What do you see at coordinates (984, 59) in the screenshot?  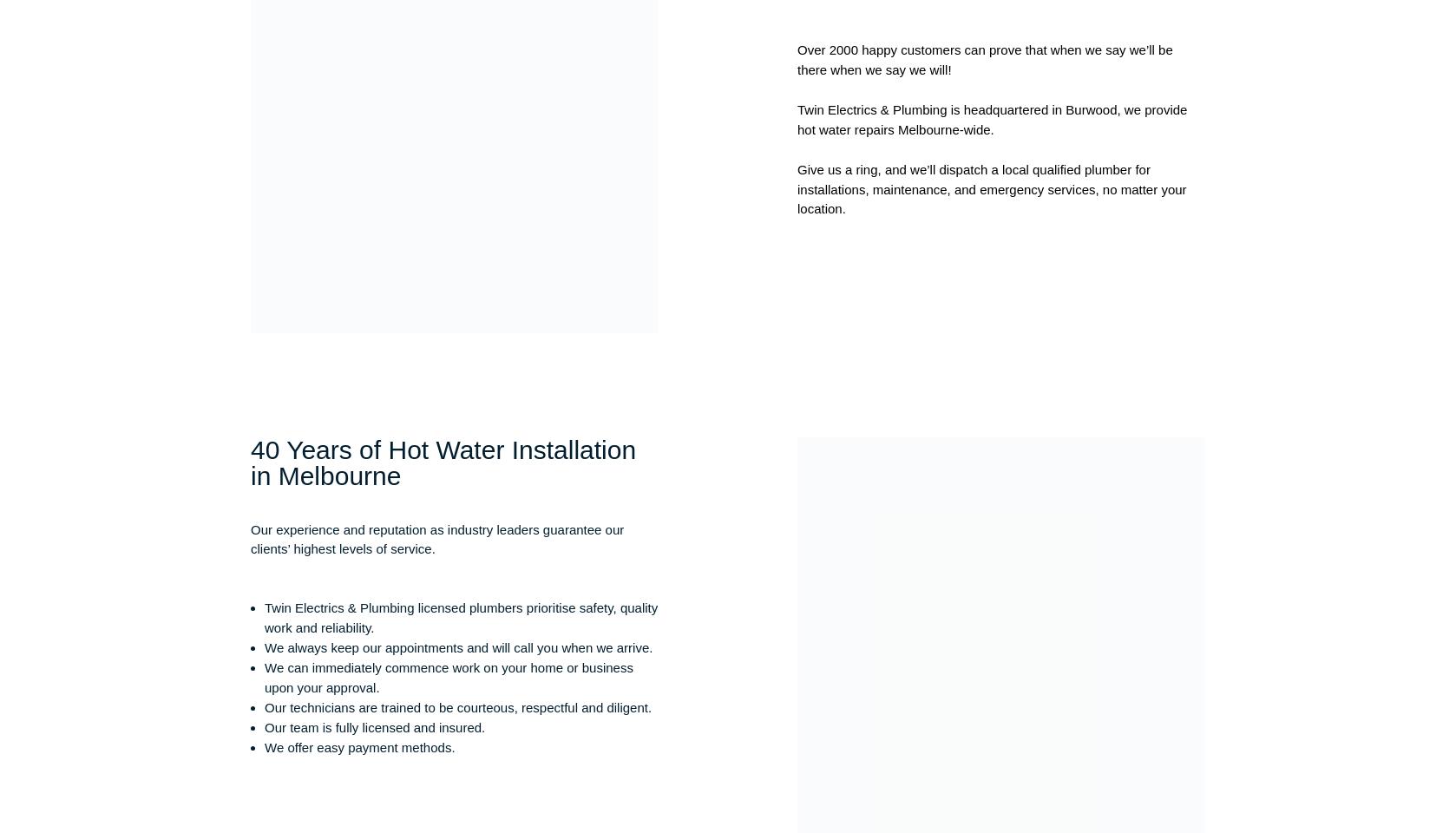 I see `'Over 2000 happy customers can prove that when we say we’ll be there when we say we will!'` at bounding box center [984, 59].